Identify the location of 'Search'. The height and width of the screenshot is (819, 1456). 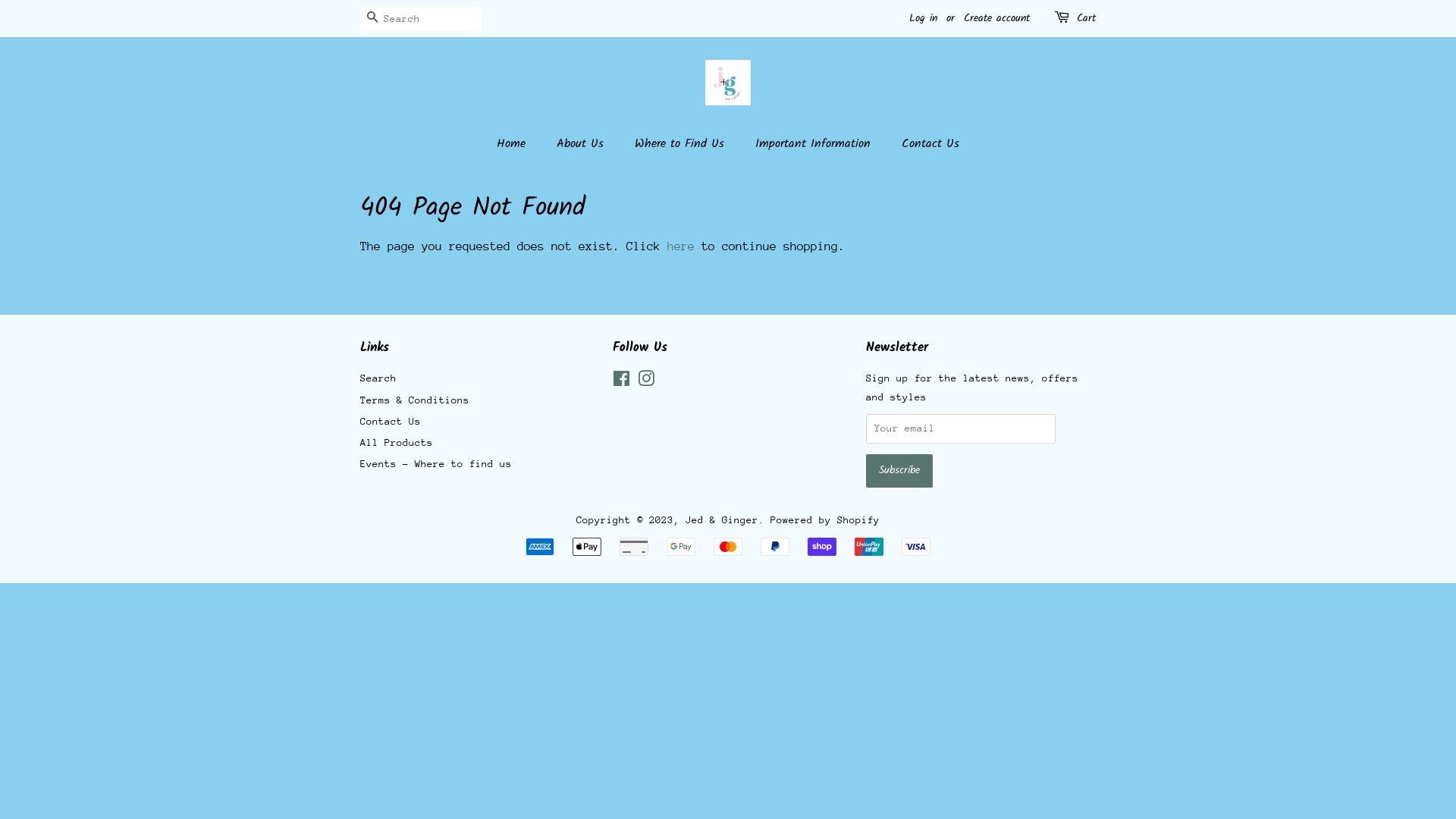
(372, 19).